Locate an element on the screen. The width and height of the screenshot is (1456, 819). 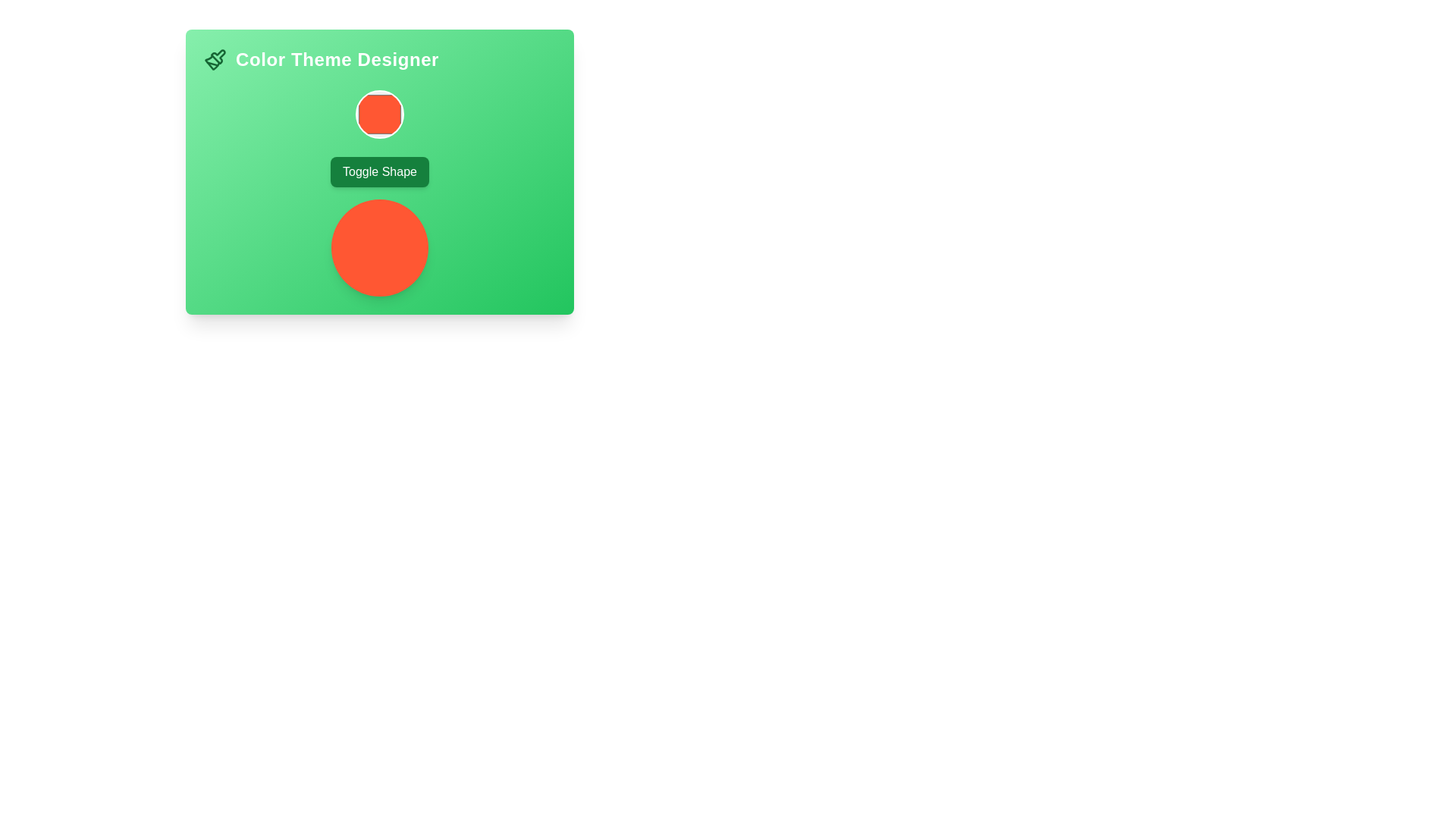
title 'Color Theme Designer' which is bold, white text on a green rectangular background, positioned centrally at the top of the display is located at coordinates (337, 58).